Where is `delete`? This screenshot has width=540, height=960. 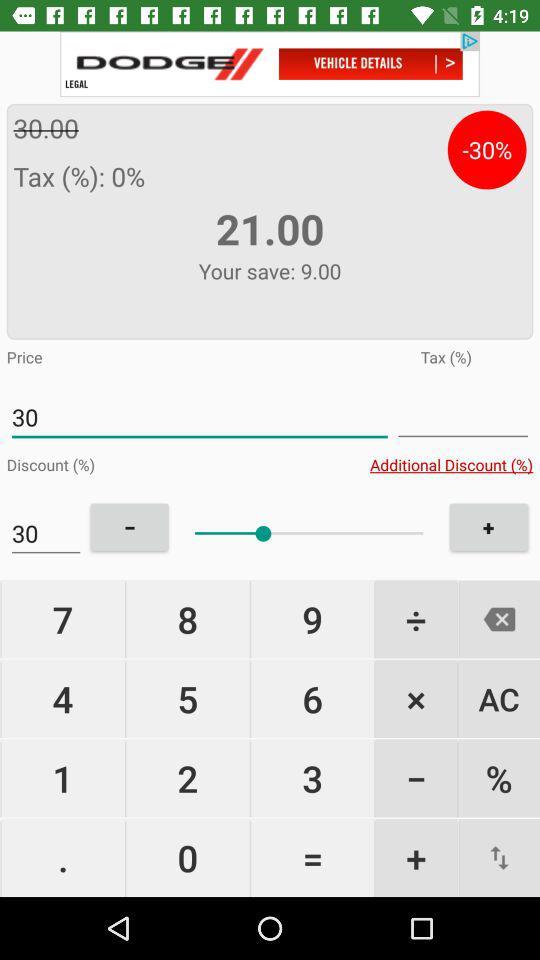
delete is located at coordinates (498, 618).